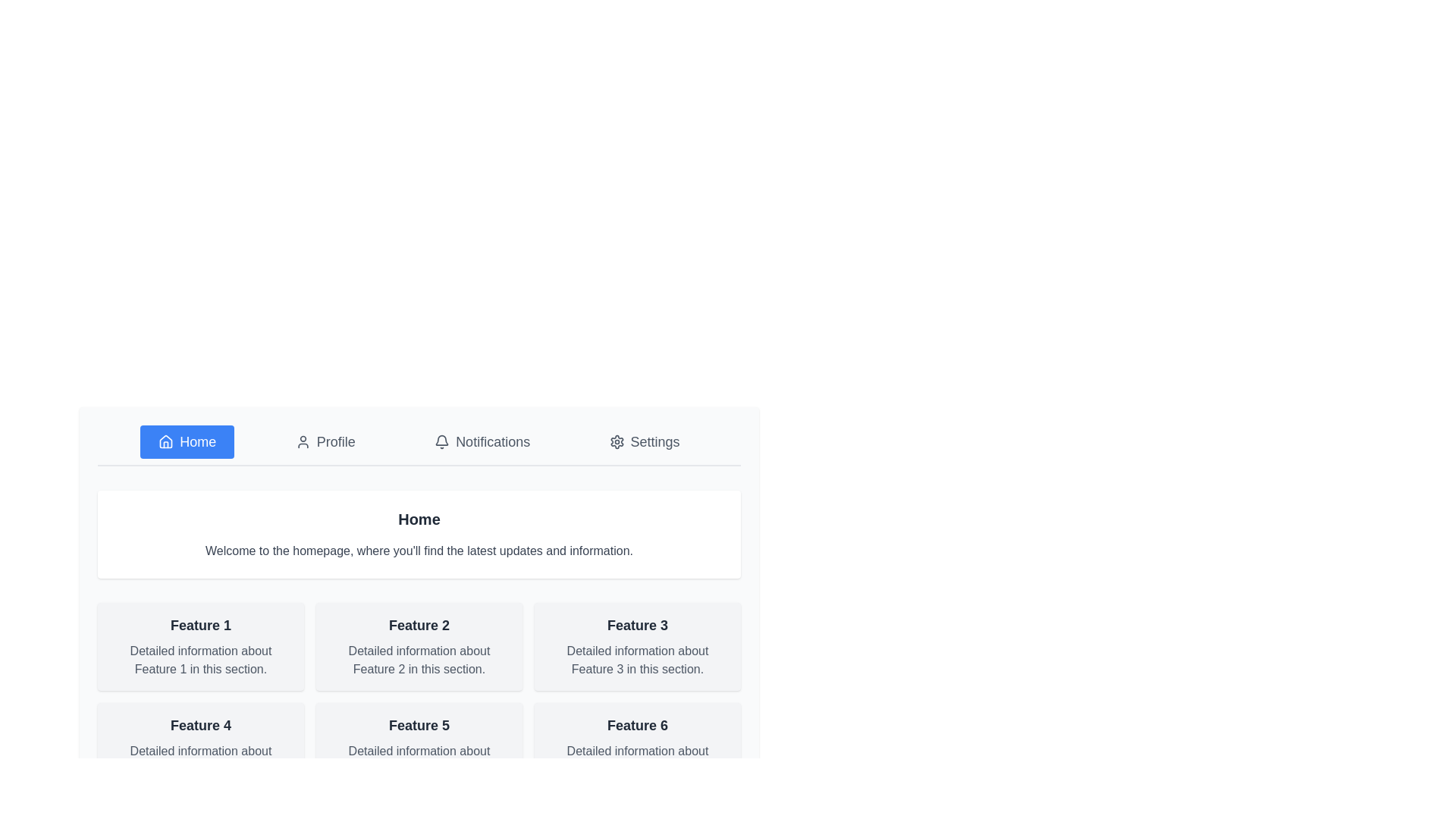  Describe the element at coordinates (493, 441) in the screenshot. I see `the 'Notifications' text label, which is styled in a sans-serif font and located next to a bell icon in the navigation bar at the top of the interface` at that location.